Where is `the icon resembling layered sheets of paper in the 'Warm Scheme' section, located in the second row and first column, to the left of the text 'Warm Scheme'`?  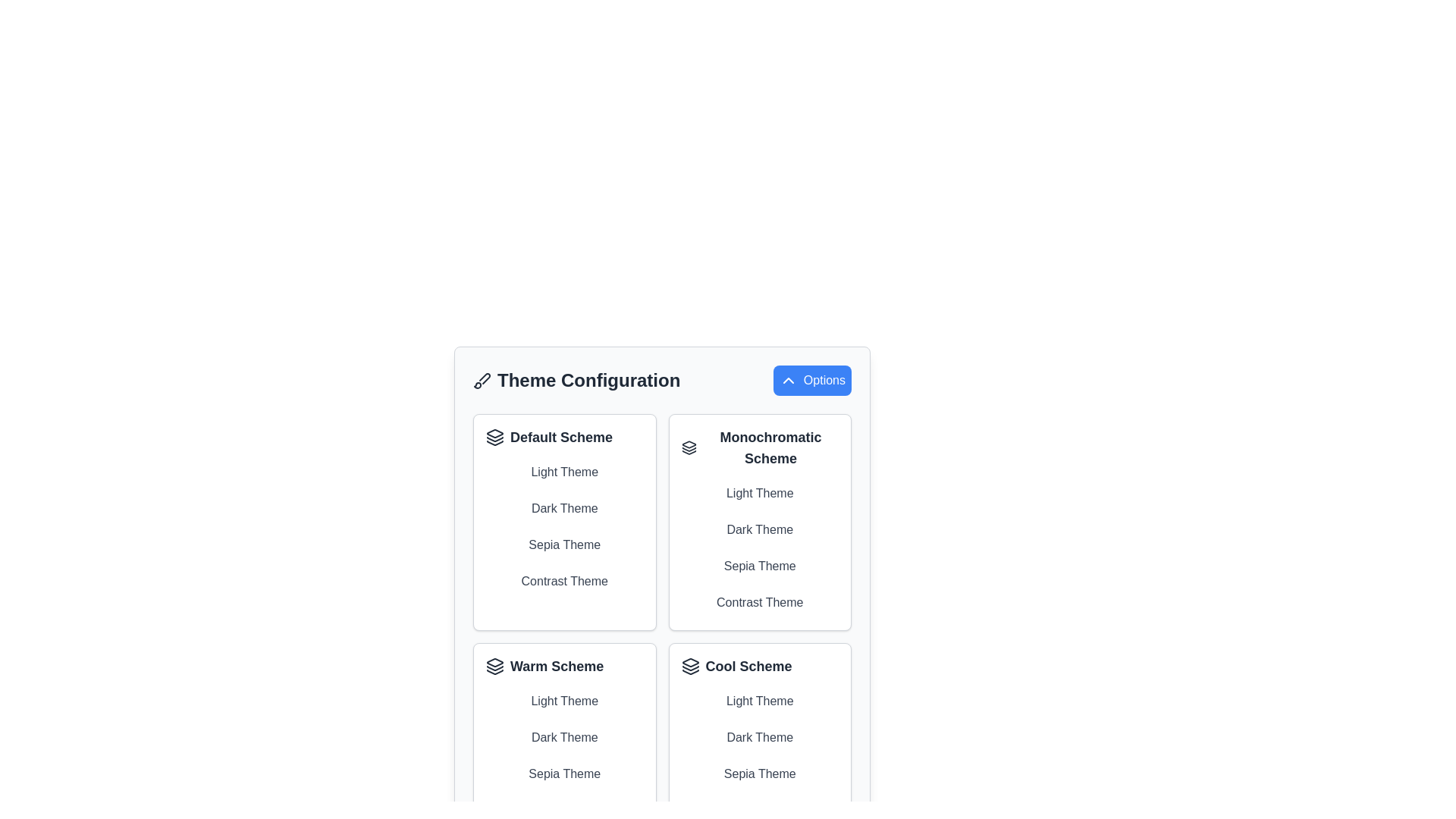
the icon resembling layered sheets of paper in the 'Warm Scheme' section, located in the second row and first column, to the left of the text 'Warm Scheme' is located at coordinates (494, 666).